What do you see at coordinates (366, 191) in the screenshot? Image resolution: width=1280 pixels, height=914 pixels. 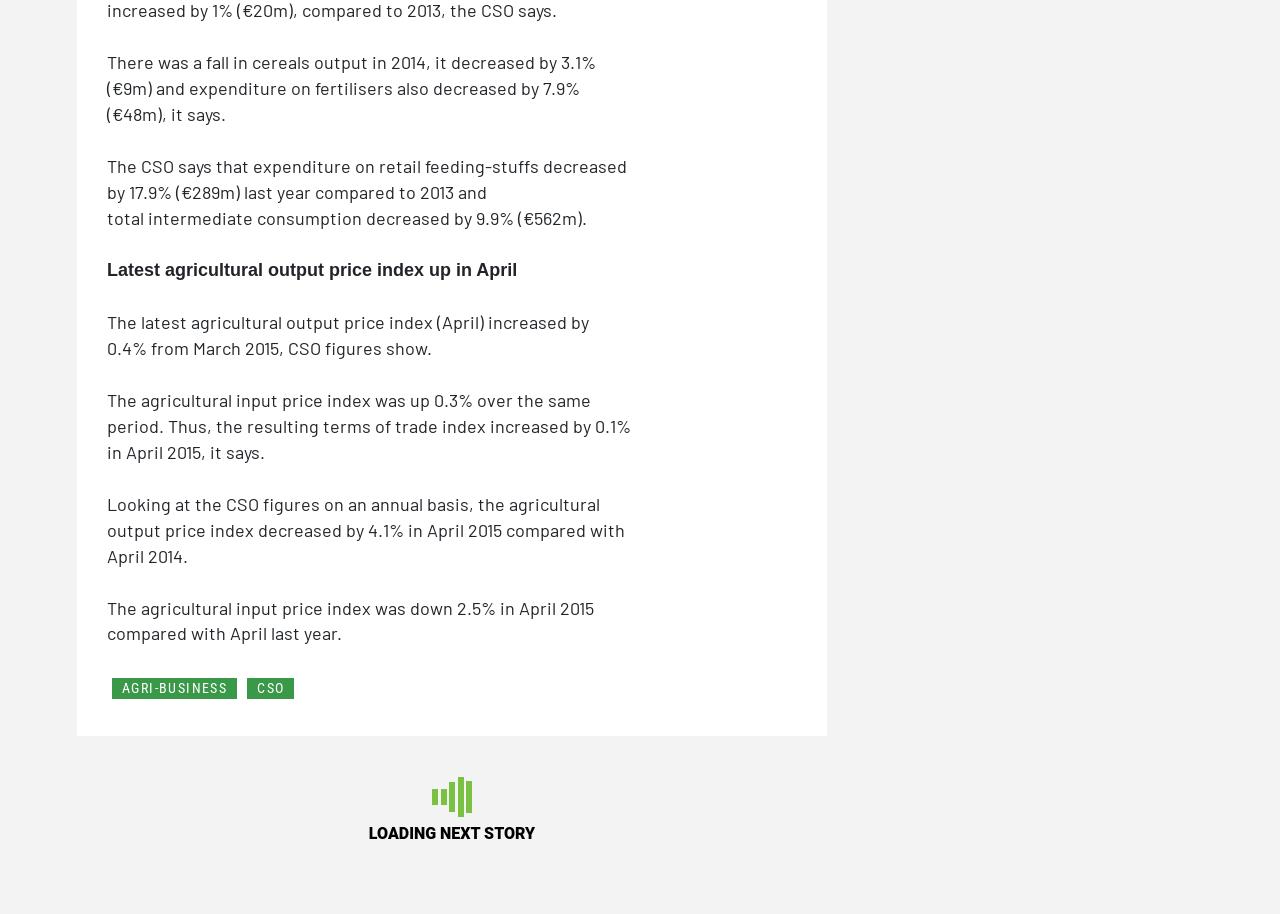 I see `'The CSO says that expenditure on retail feeding-stuffs decreased by 17.9% (€289m) last year compared to 2013 and total intermediate consumption decreased by 9.9% (€562m).'` at bounding box center [366, 191].